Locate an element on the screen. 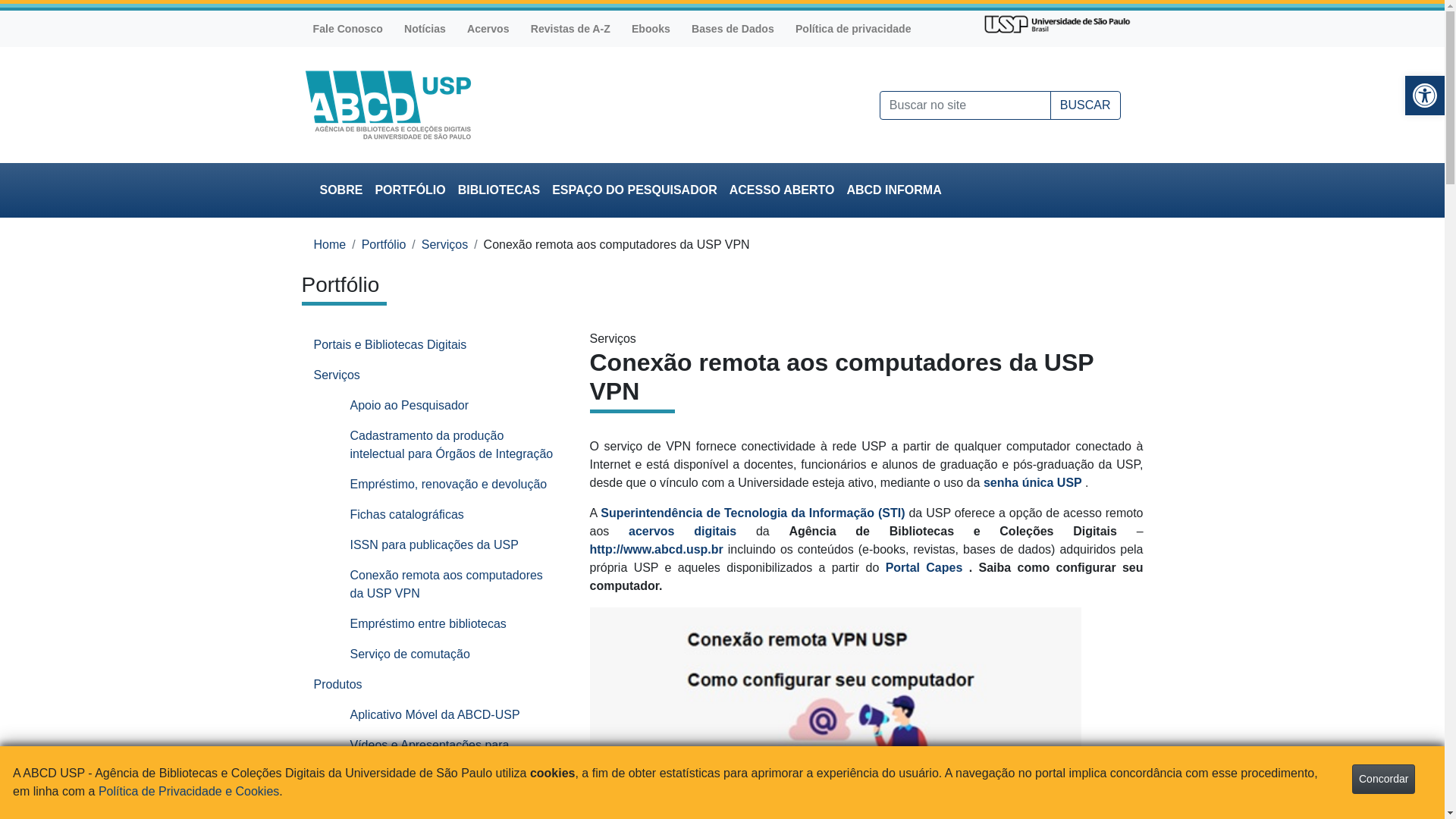  'BUSCAR' is located at coordinates (1084, 104).